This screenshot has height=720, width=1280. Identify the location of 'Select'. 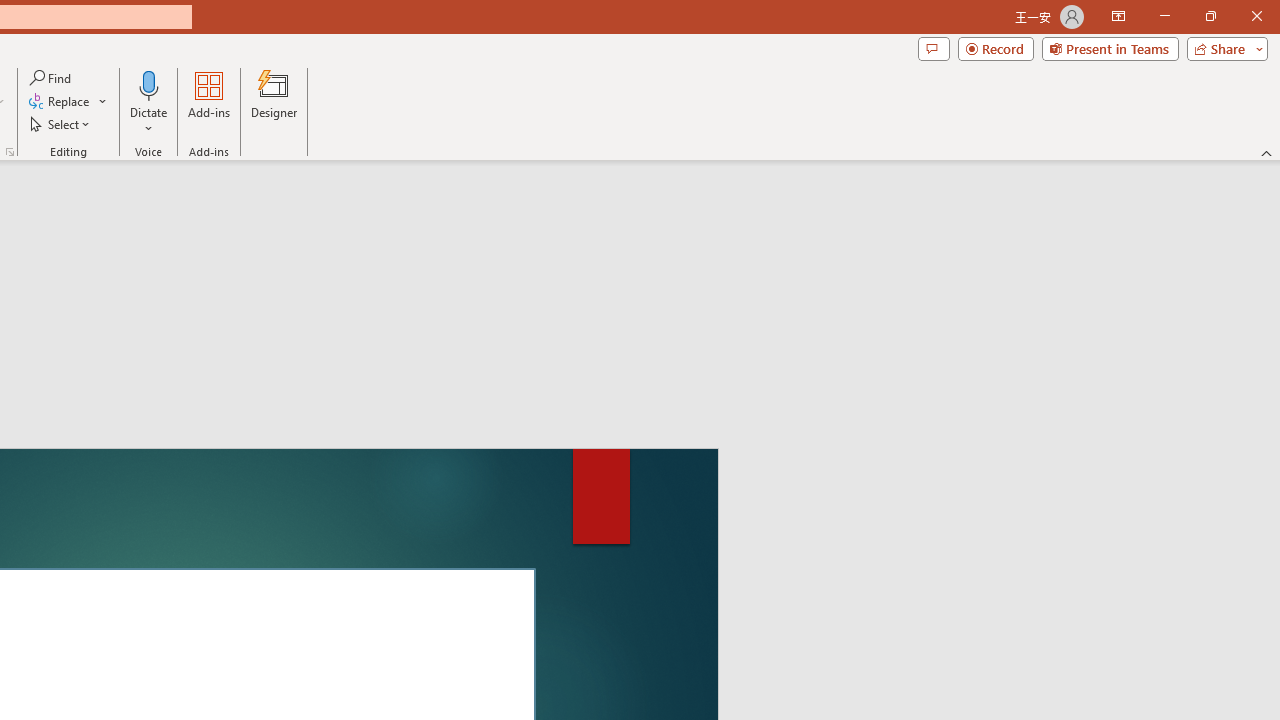
(61, 124).